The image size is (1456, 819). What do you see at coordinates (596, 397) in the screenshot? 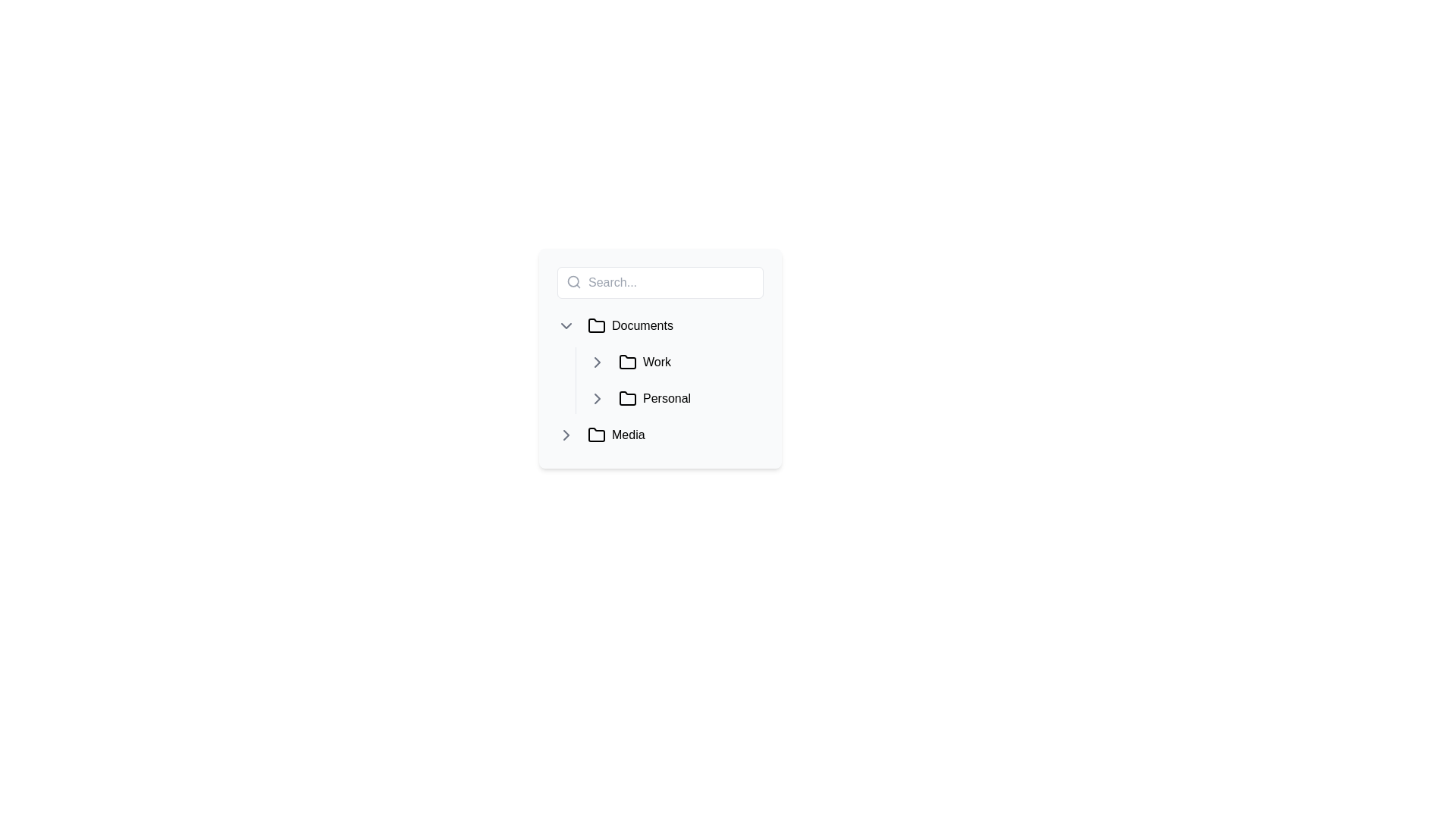
I see `the rightward-pointing chevron icon indicating navigation or expansion, located next to the 'Personal' folder in the 'Documents' section of the hierarchical tree view` at bounding box center [596, 397].